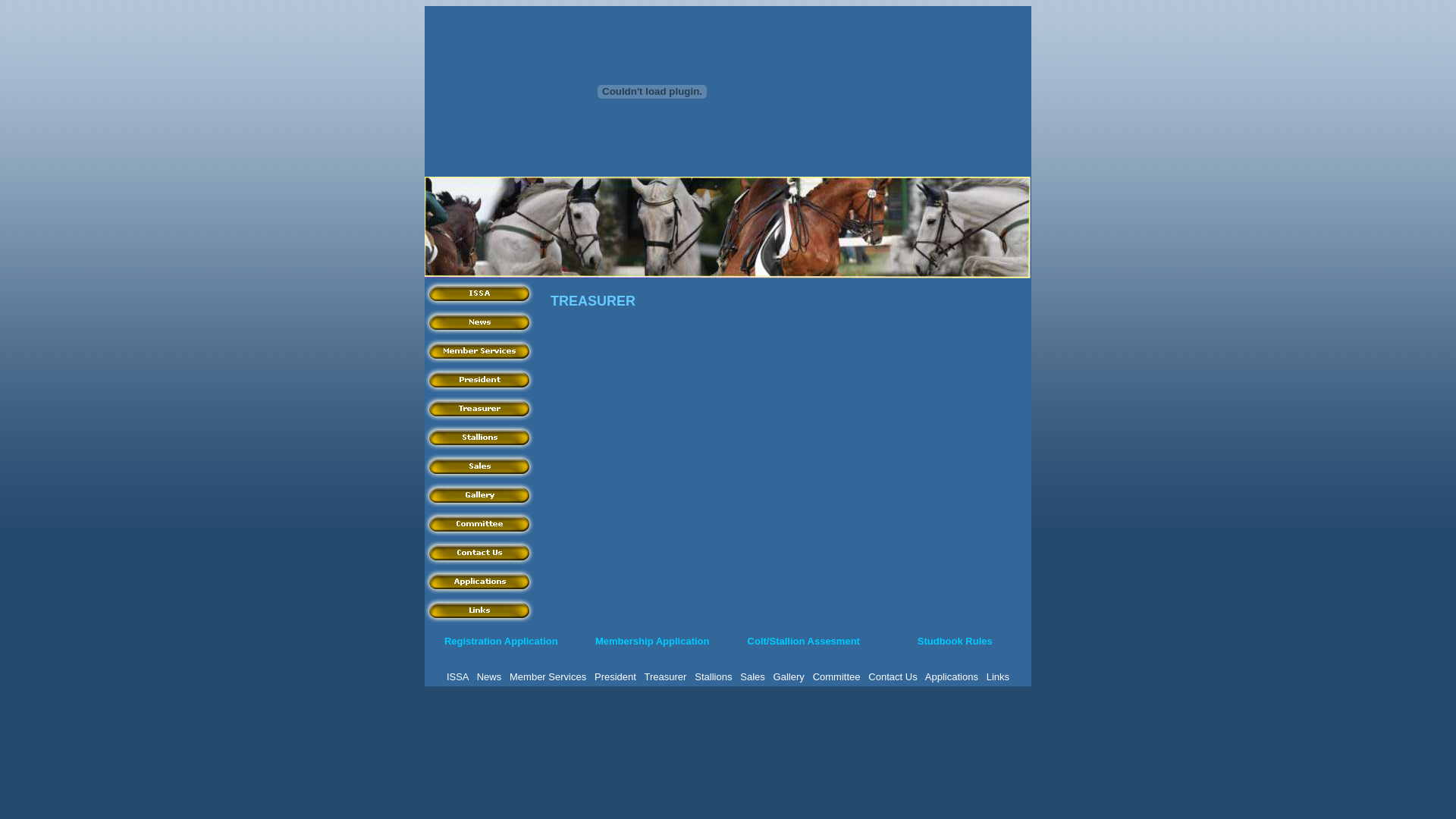  I want to click on 'Committee', so click(836, 676).